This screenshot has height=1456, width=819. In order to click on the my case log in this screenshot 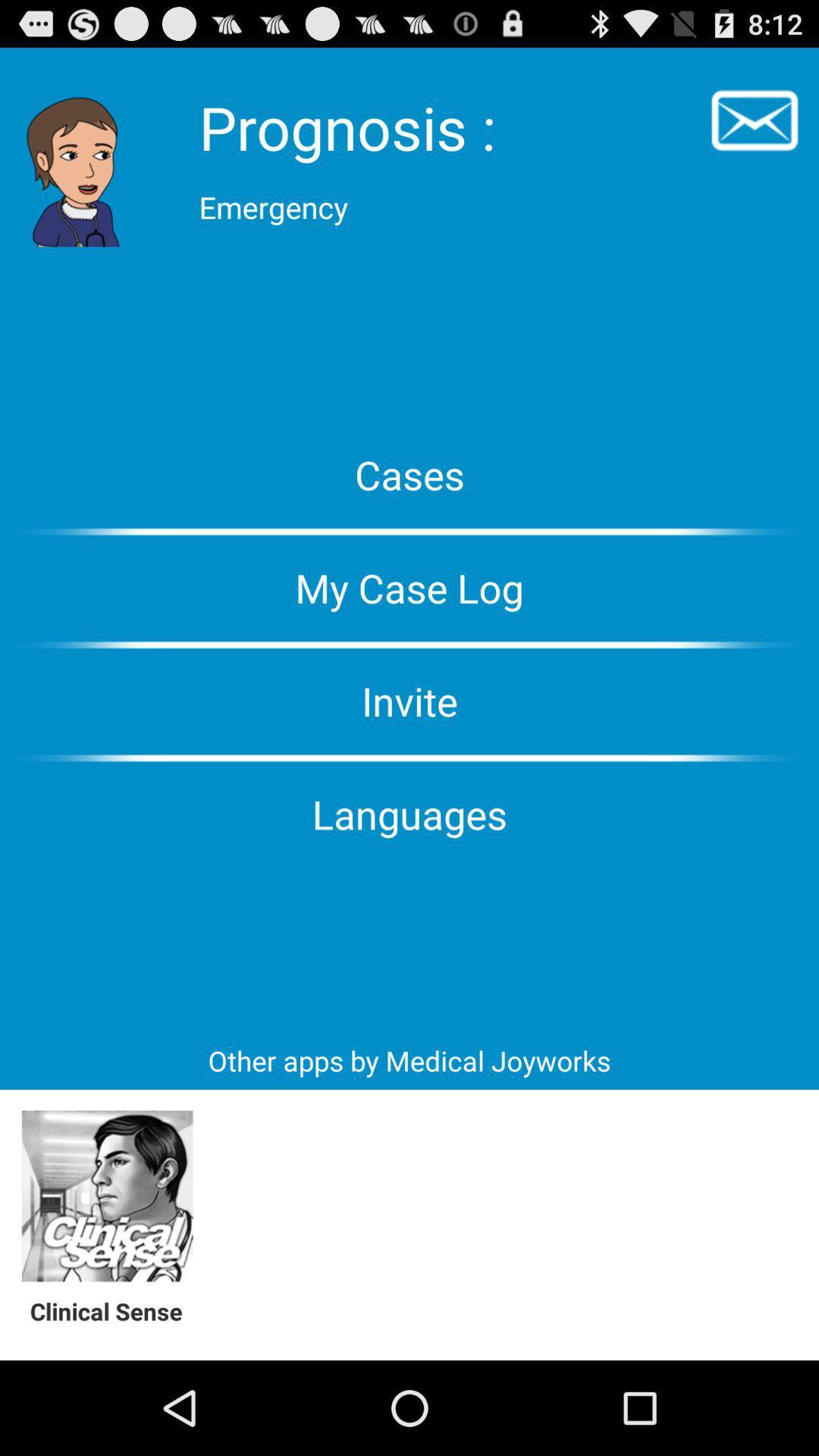, I will do `click(409, 587)`.